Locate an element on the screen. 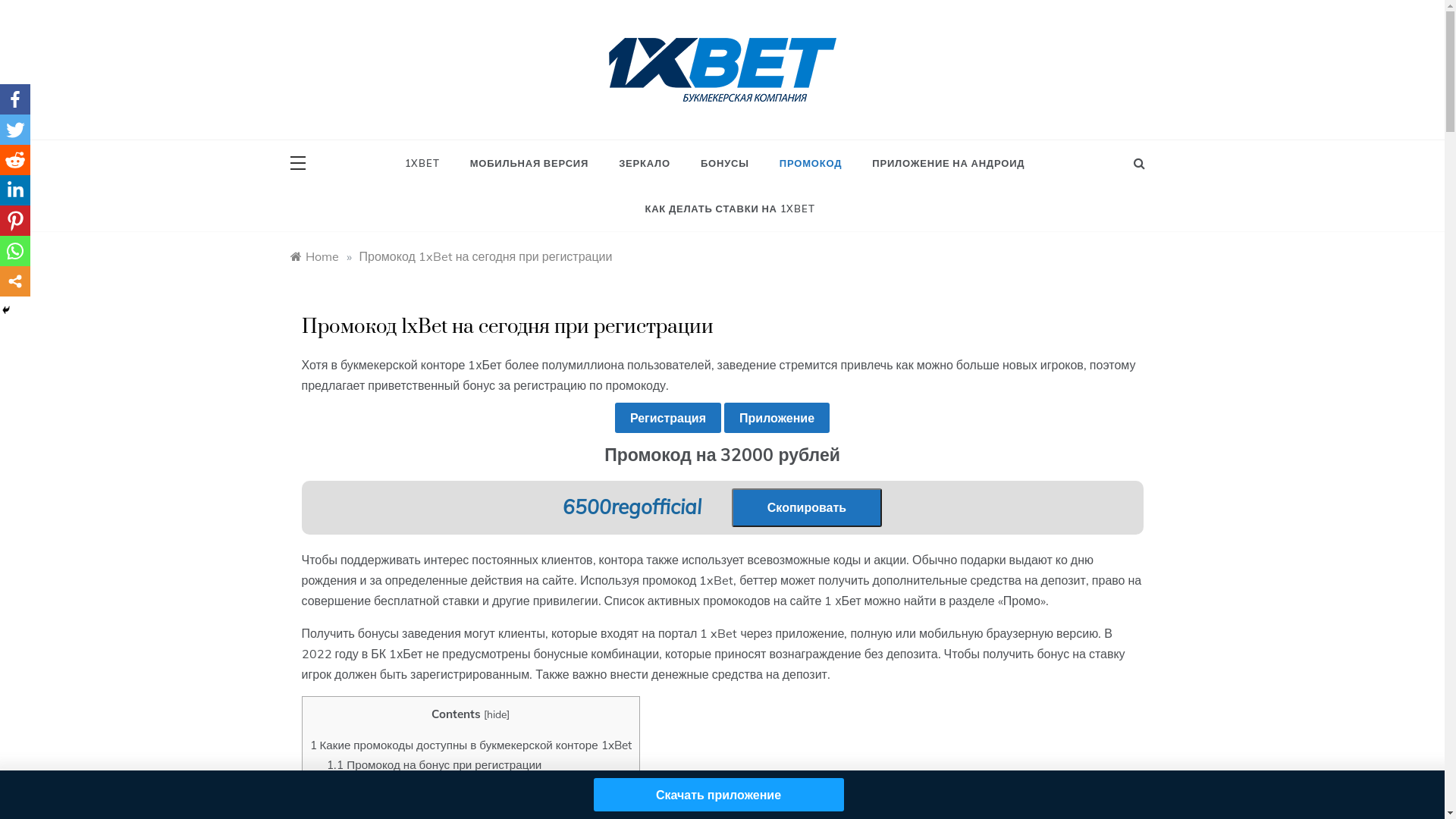  'Whatsapp' is located at coordinates (14, 250).